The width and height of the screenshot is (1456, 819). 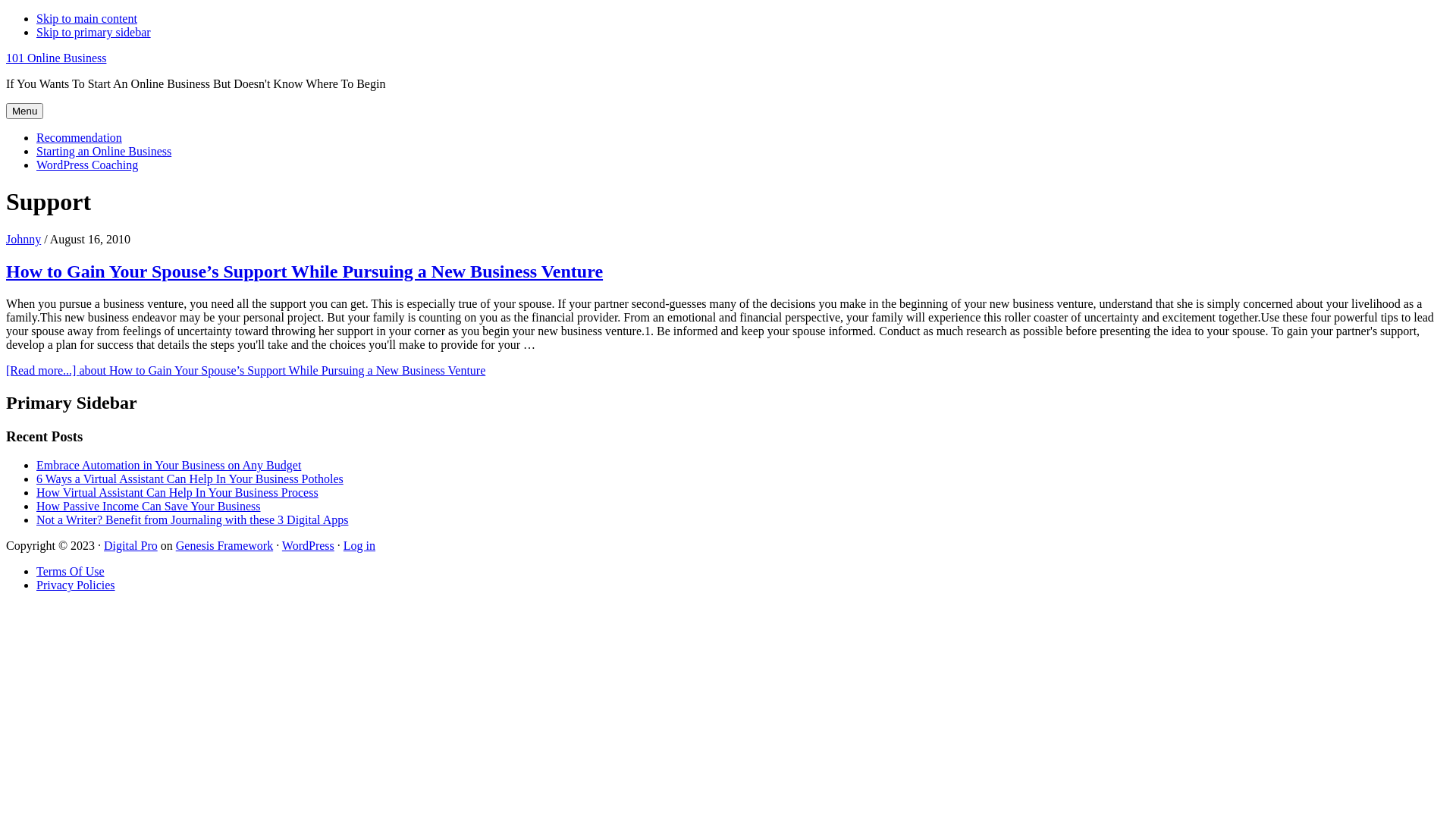 What do you see at coordinates (149, 506) in the screenshot?
I see `'How Passive Income Can Save Your Business'` at bounding box center [149, 506].